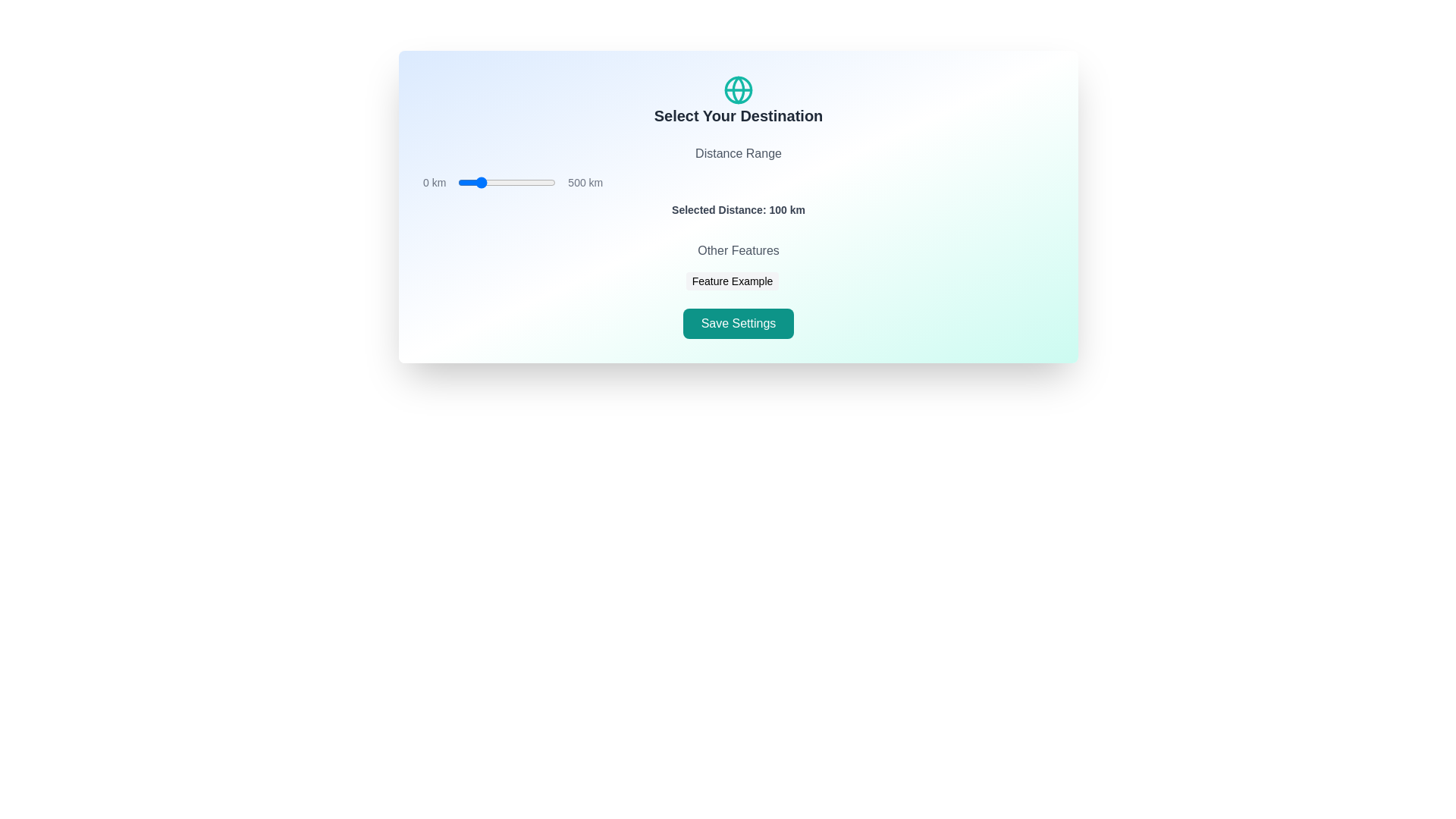 Image resolution: width=1456 pixels, height=819 pixels. What do you see at coordinates (482, 181) in the screenshot?
I see `the distance range slider to set the distance to 123 km` at bounding box center [482, 181].